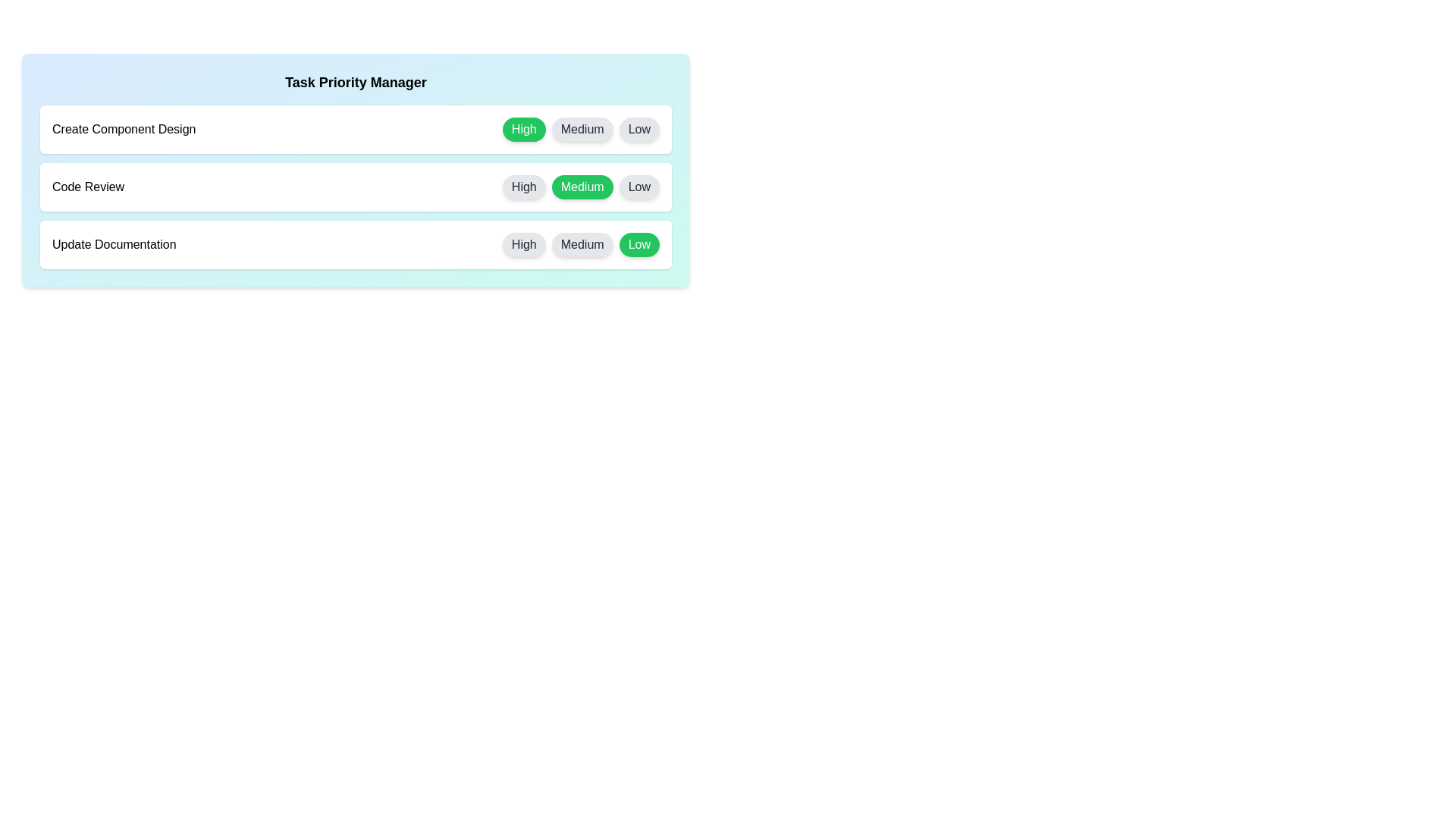  What do you see at coordinates (639, 244) in the screenshot?
I see `the Low button for the task 'Update Documentation' to set its priority` at bounding box center [639, 244].